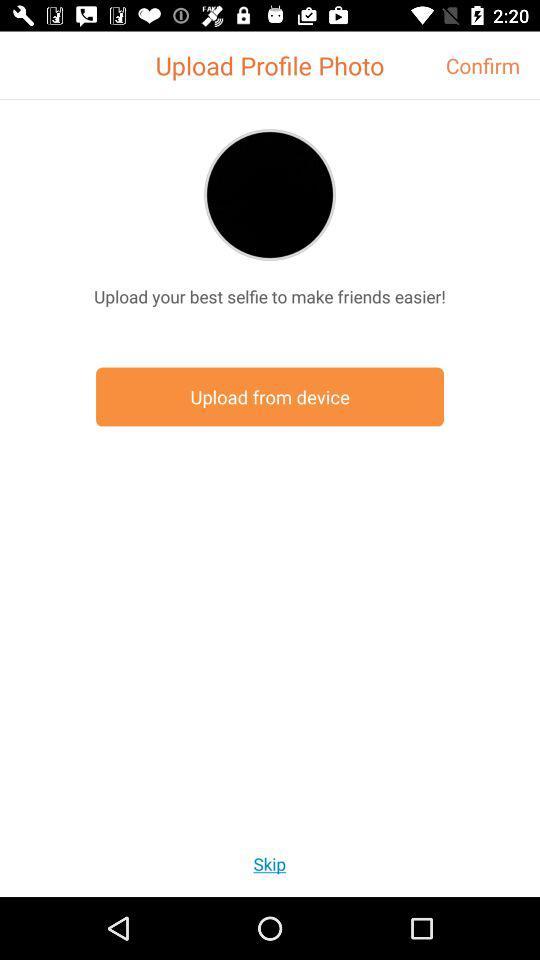 Image resolution: width=540 pixels, height=960 pixels. I want to click on the upload your best app, so click(270, 295).